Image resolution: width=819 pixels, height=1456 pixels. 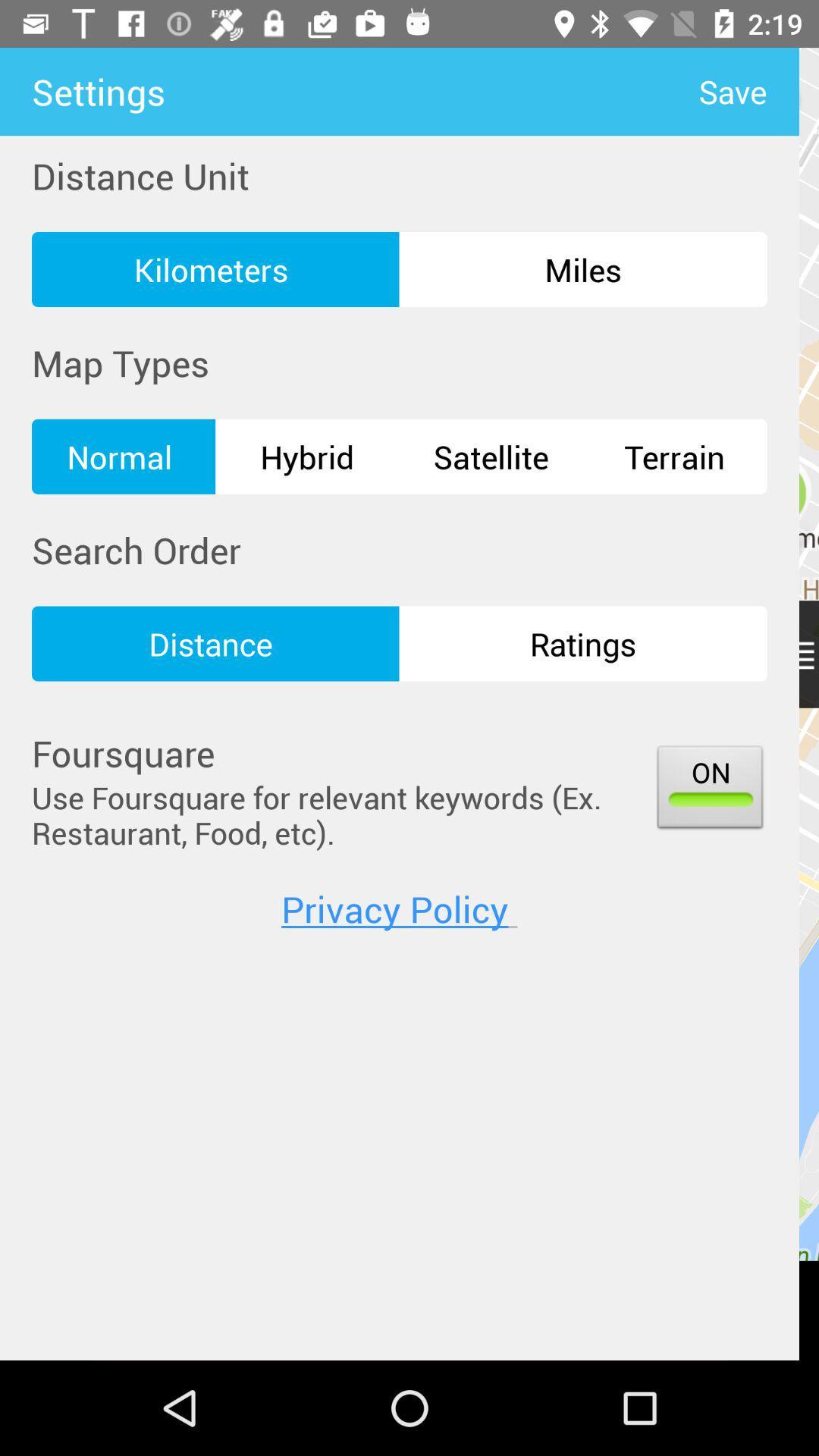 I want to click on icon next to hybrid item, so click(x=123, y=456).